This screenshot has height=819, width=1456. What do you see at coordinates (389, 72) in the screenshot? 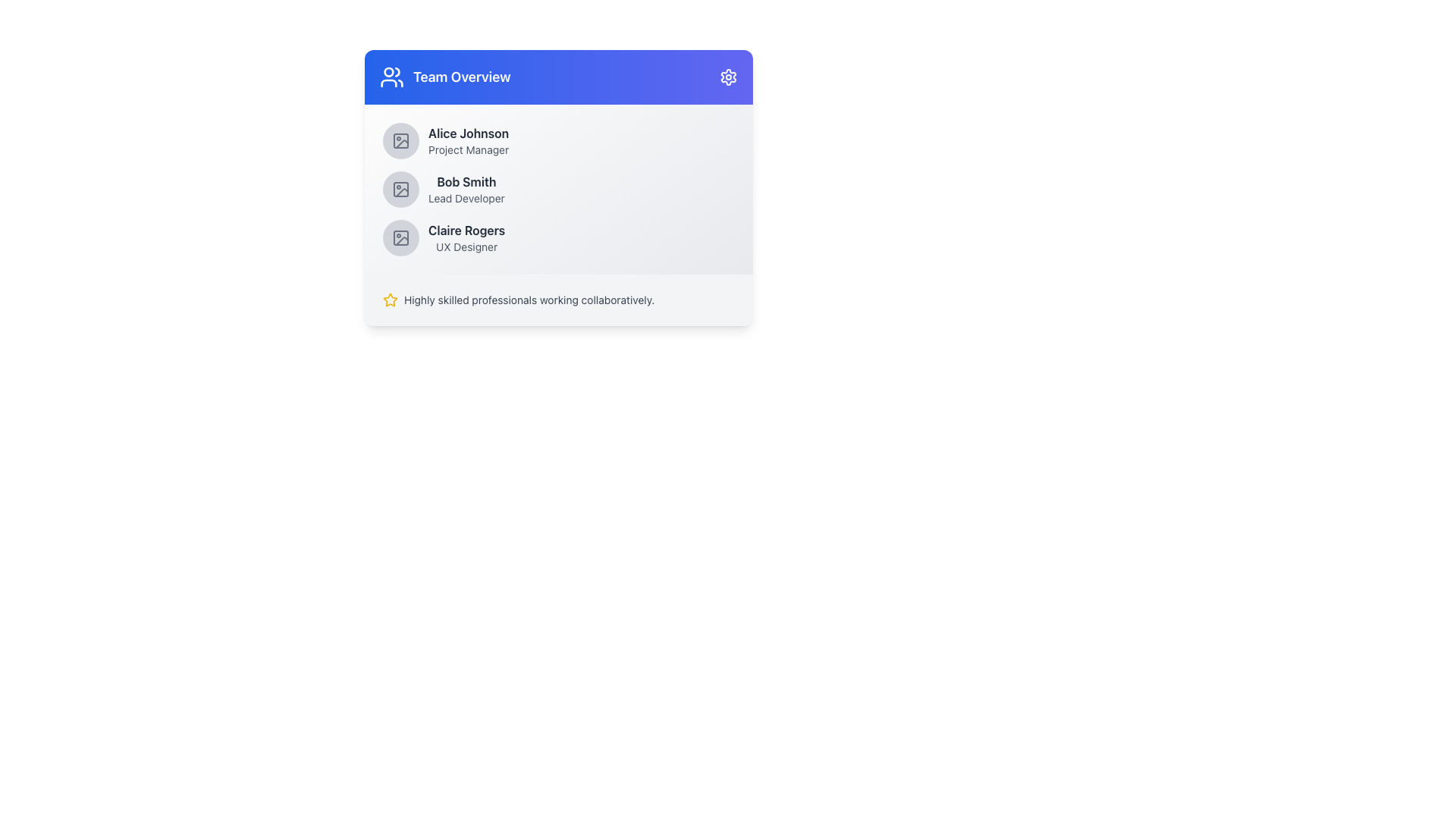
I see `the decorative circular shape located in the upper left corner of the blue header section labeled 'Team Overview'` at bounding box center [389, 72].